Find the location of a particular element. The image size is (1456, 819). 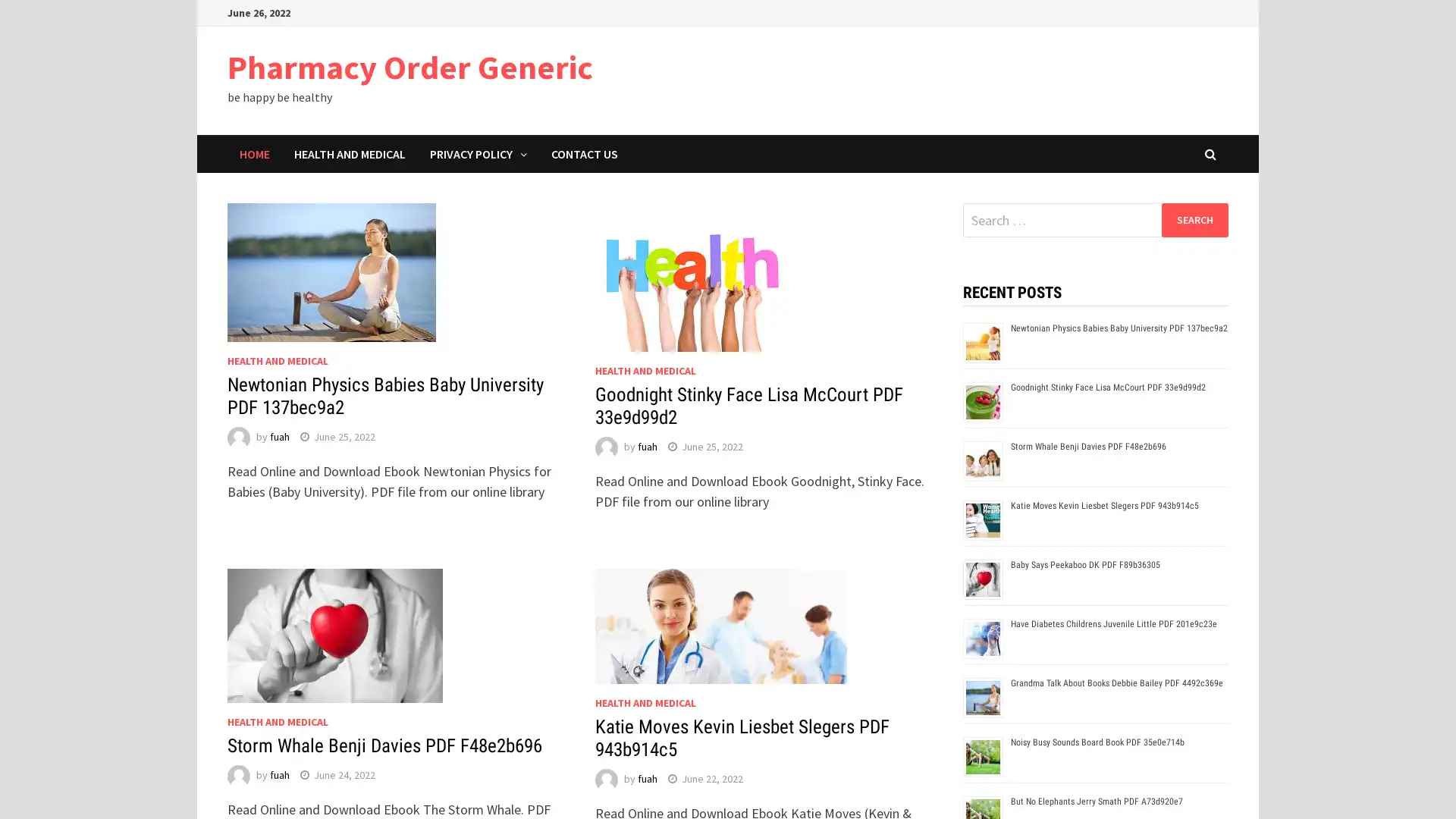

Search is located at coordinates (1194, 219).